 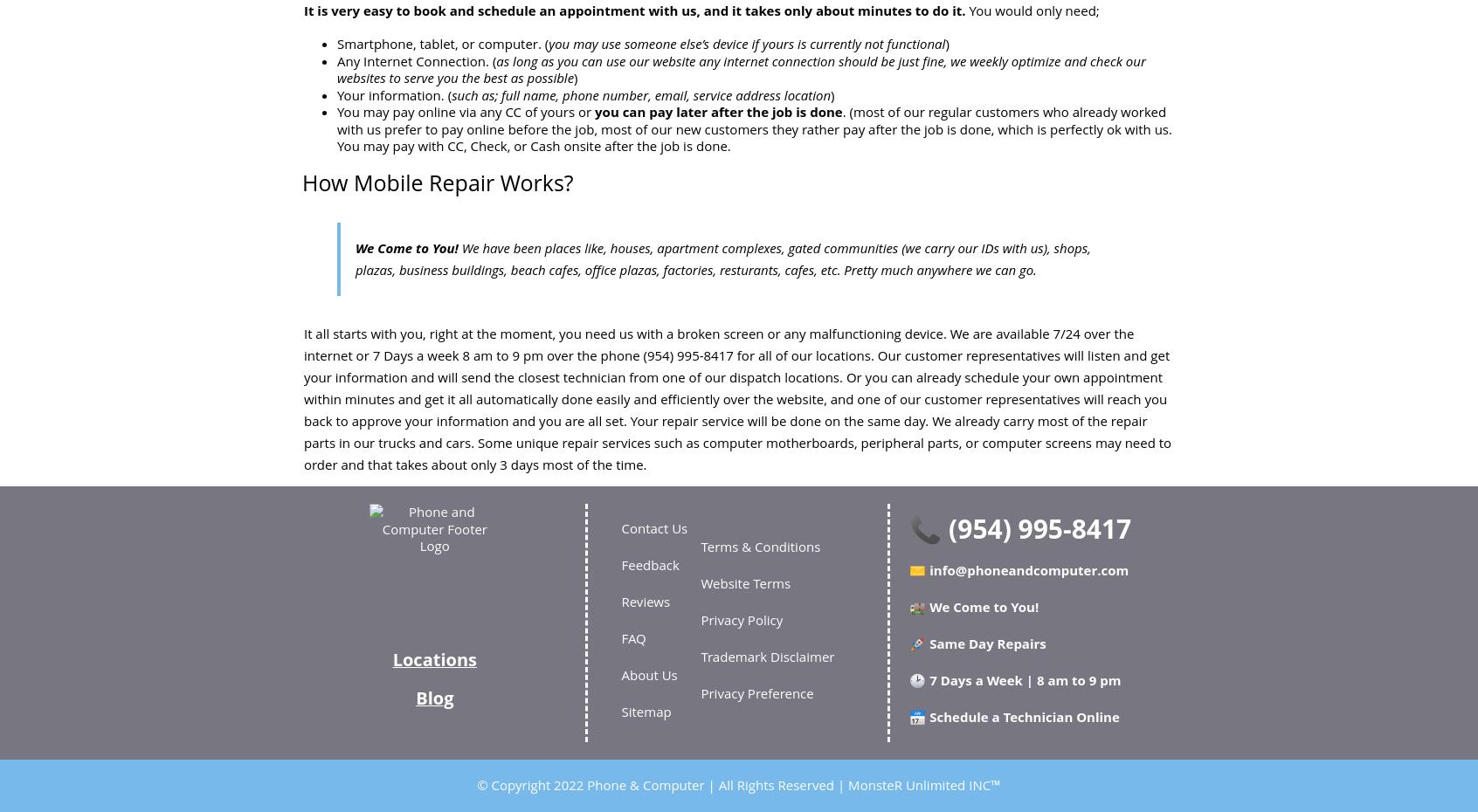 I want to click on 'About Us', so click(x=647, y=675).